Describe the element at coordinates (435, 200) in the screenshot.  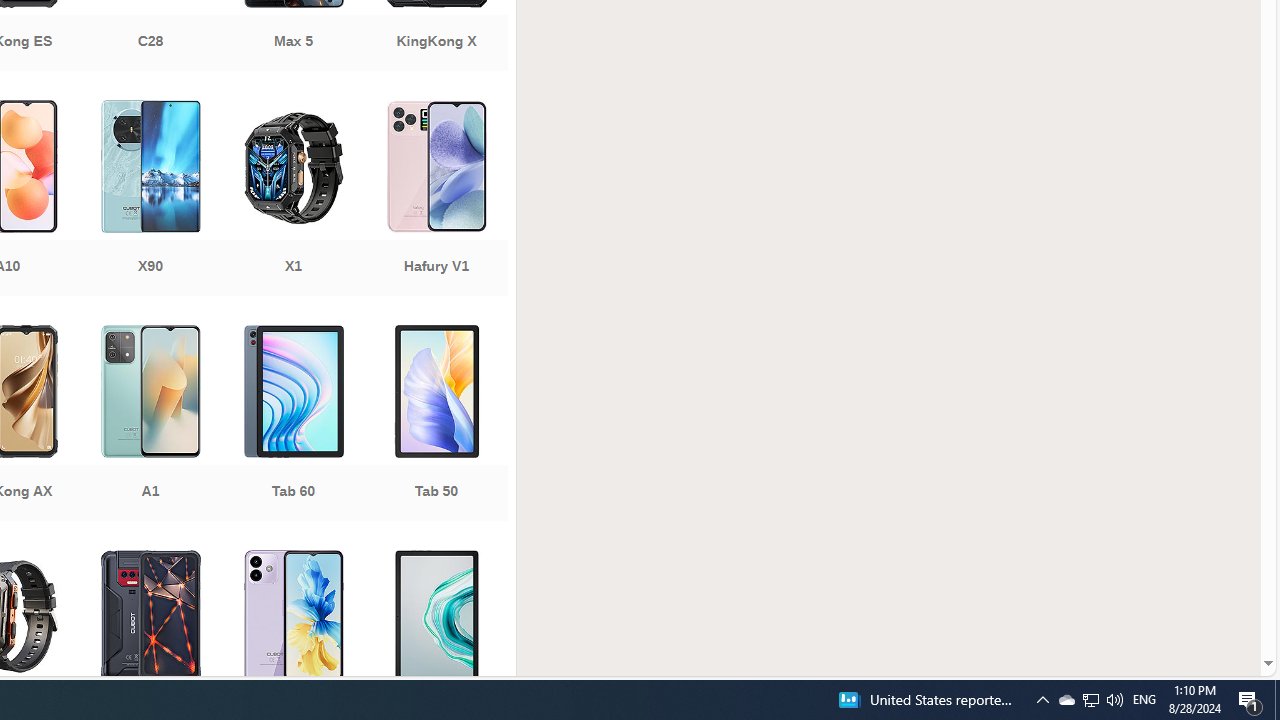
I see `'Hafury V1'` at that location.